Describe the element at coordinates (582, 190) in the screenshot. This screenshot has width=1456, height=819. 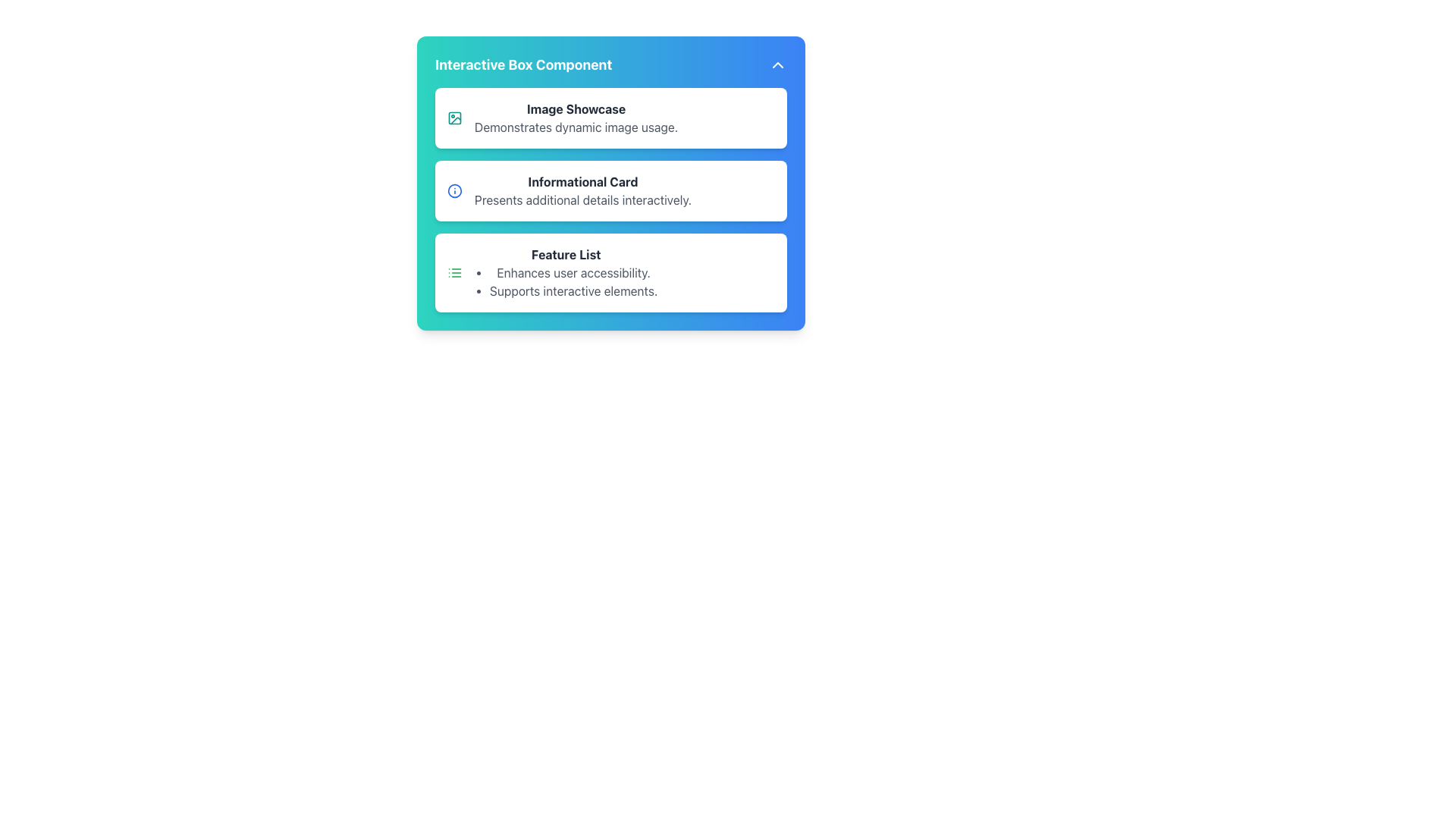
I see `the Label or Description component that provides a heading and description about an informational card, located in the middle slot of the vertical arrangement` at that location.